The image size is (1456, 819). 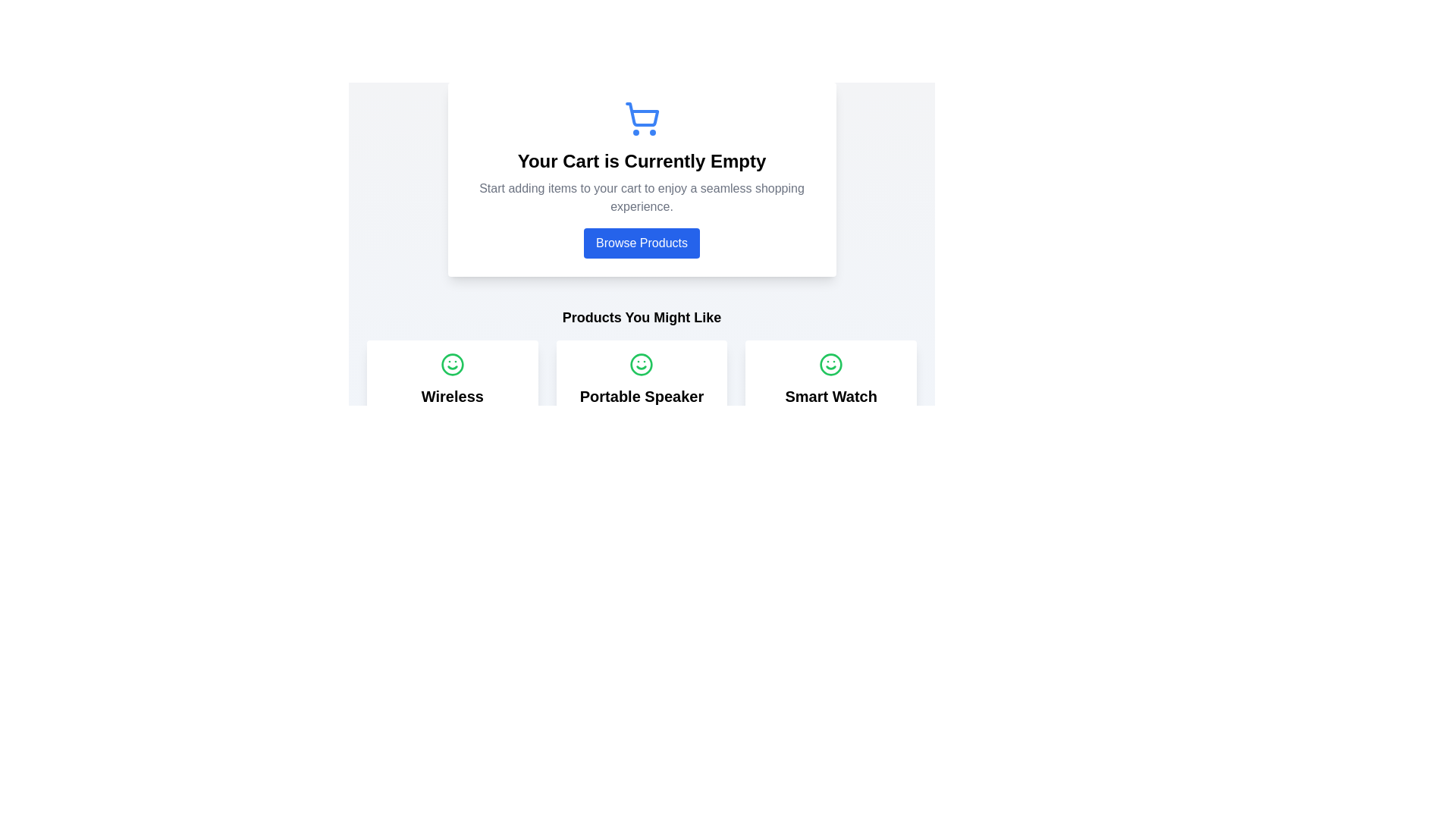 I want to click on the text label that displays 'Your Cart is Currently Empty', which is bold and large, positioned centrally within the dialog box, so click(x=642, y=161).